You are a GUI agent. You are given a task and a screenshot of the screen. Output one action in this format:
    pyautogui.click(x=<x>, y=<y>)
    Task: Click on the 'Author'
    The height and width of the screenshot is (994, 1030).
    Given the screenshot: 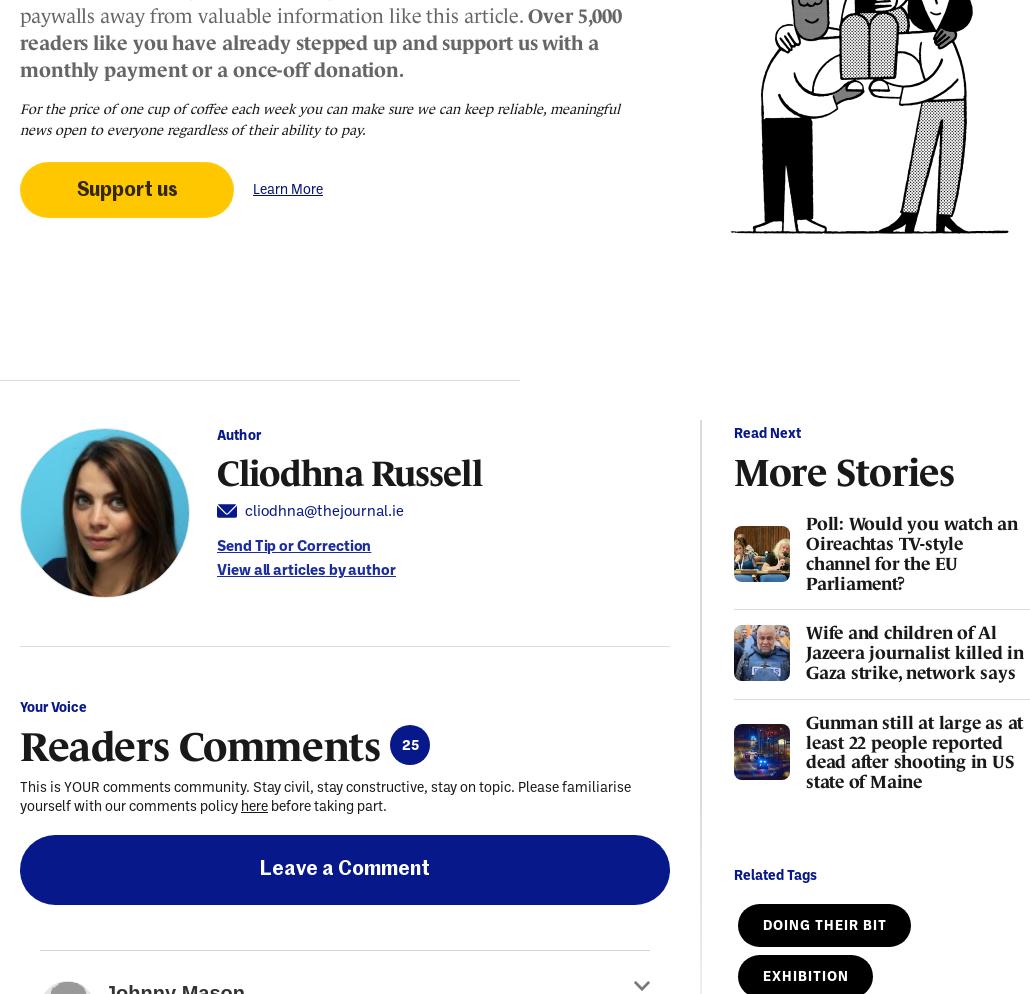 What is the action you would take?
    pyautogui.click(x=238, y=433)
    